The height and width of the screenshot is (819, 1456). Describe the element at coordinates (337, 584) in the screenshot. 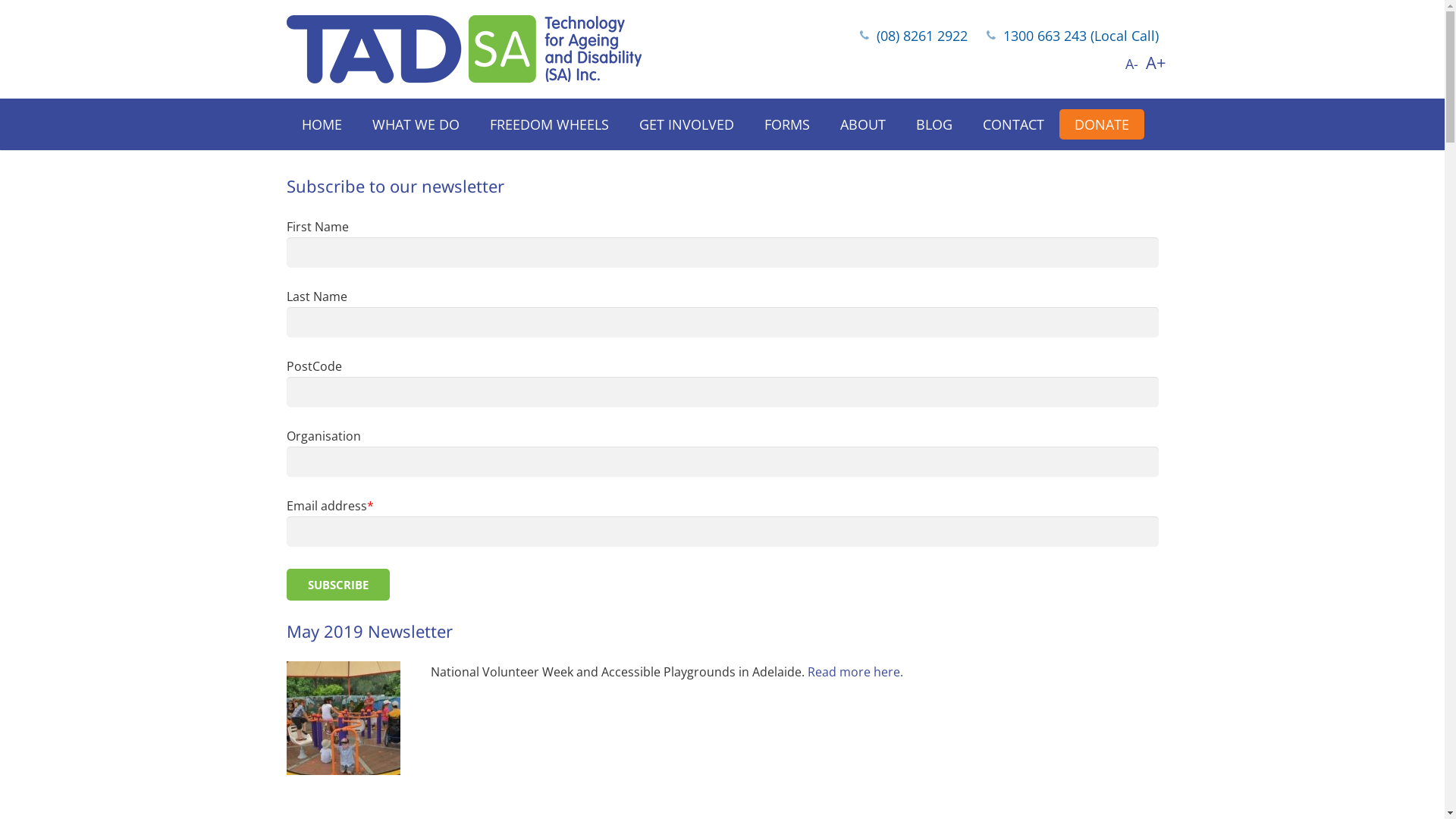

I see `'SUBSCRIBE'` at that location.